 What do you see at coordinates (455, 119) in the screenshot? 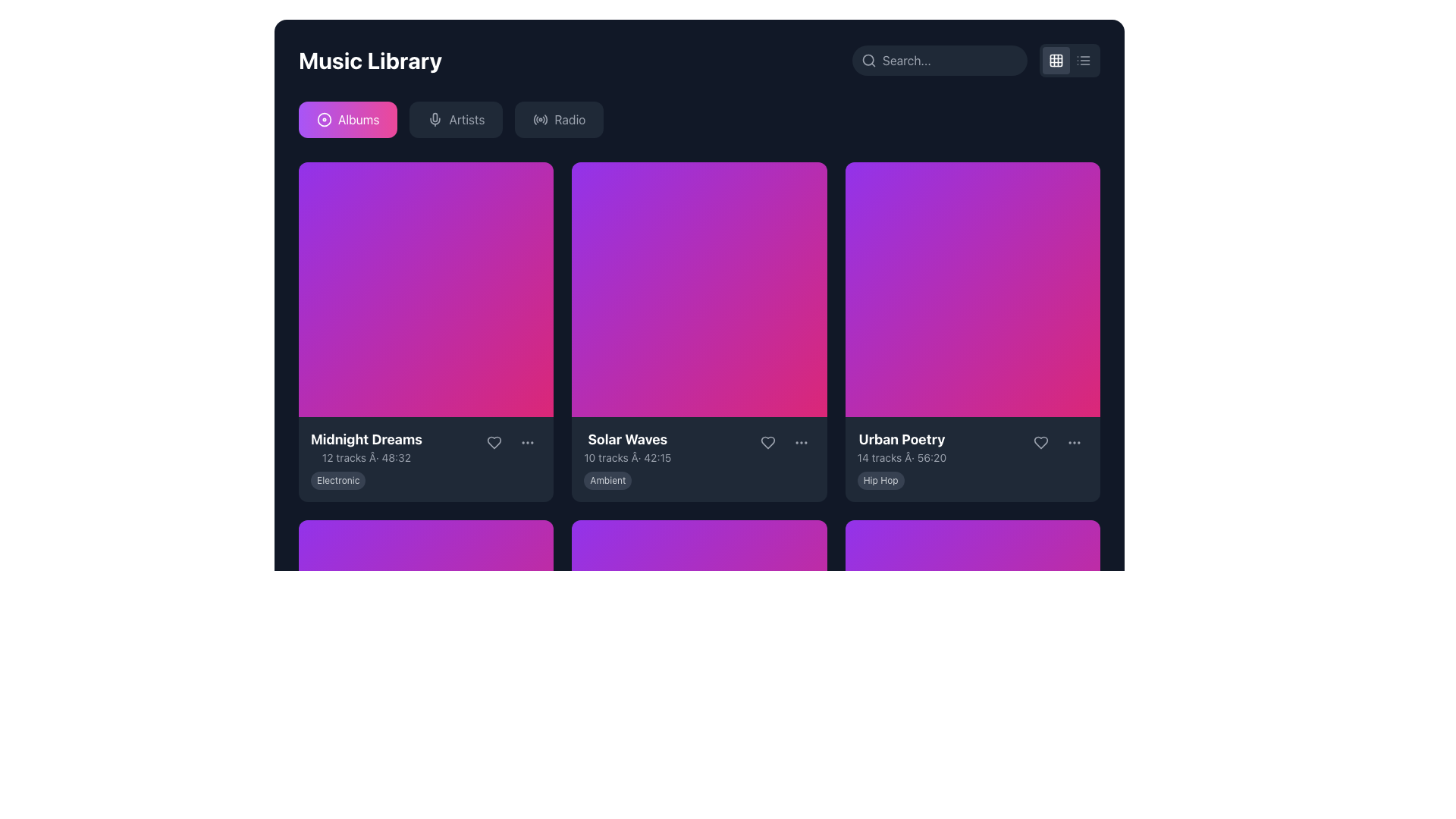
I see `the 'Artists' navigation button in the horizontal navigation bar to change its text color` at bounding box center [455, 119].